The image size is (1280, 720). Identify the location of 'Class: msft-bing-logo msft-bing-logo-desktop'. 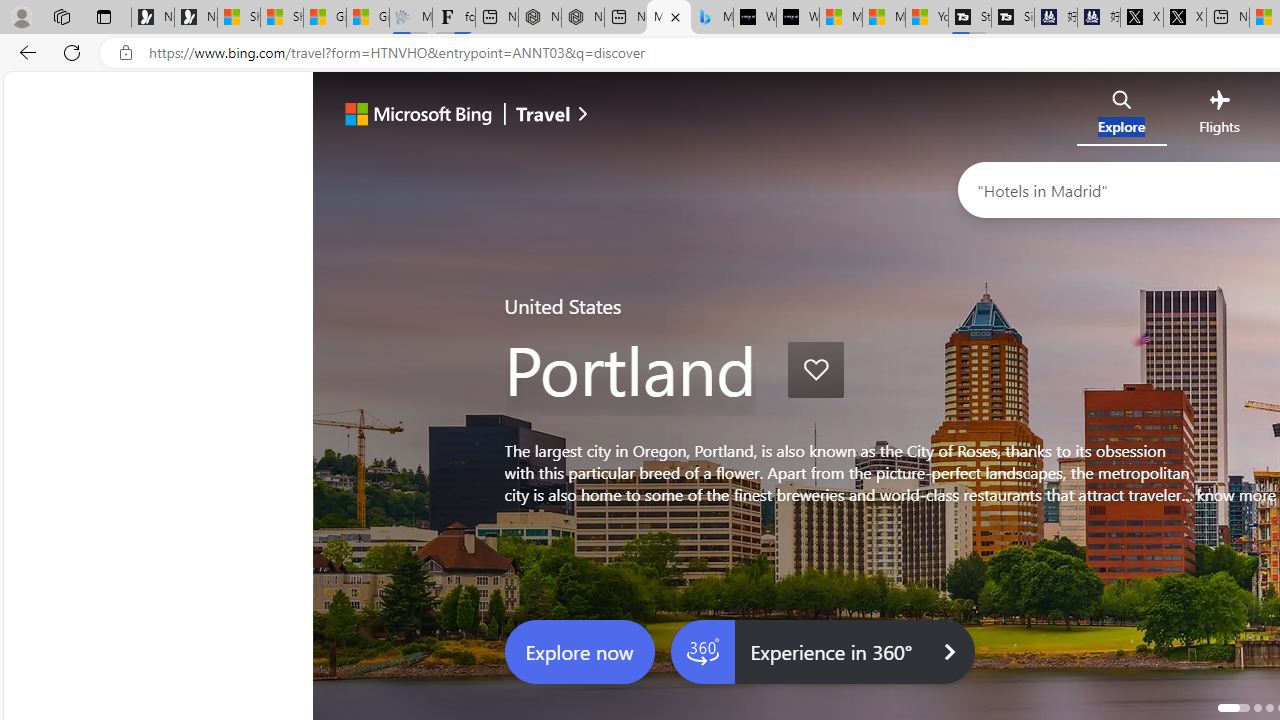
(412, 114).